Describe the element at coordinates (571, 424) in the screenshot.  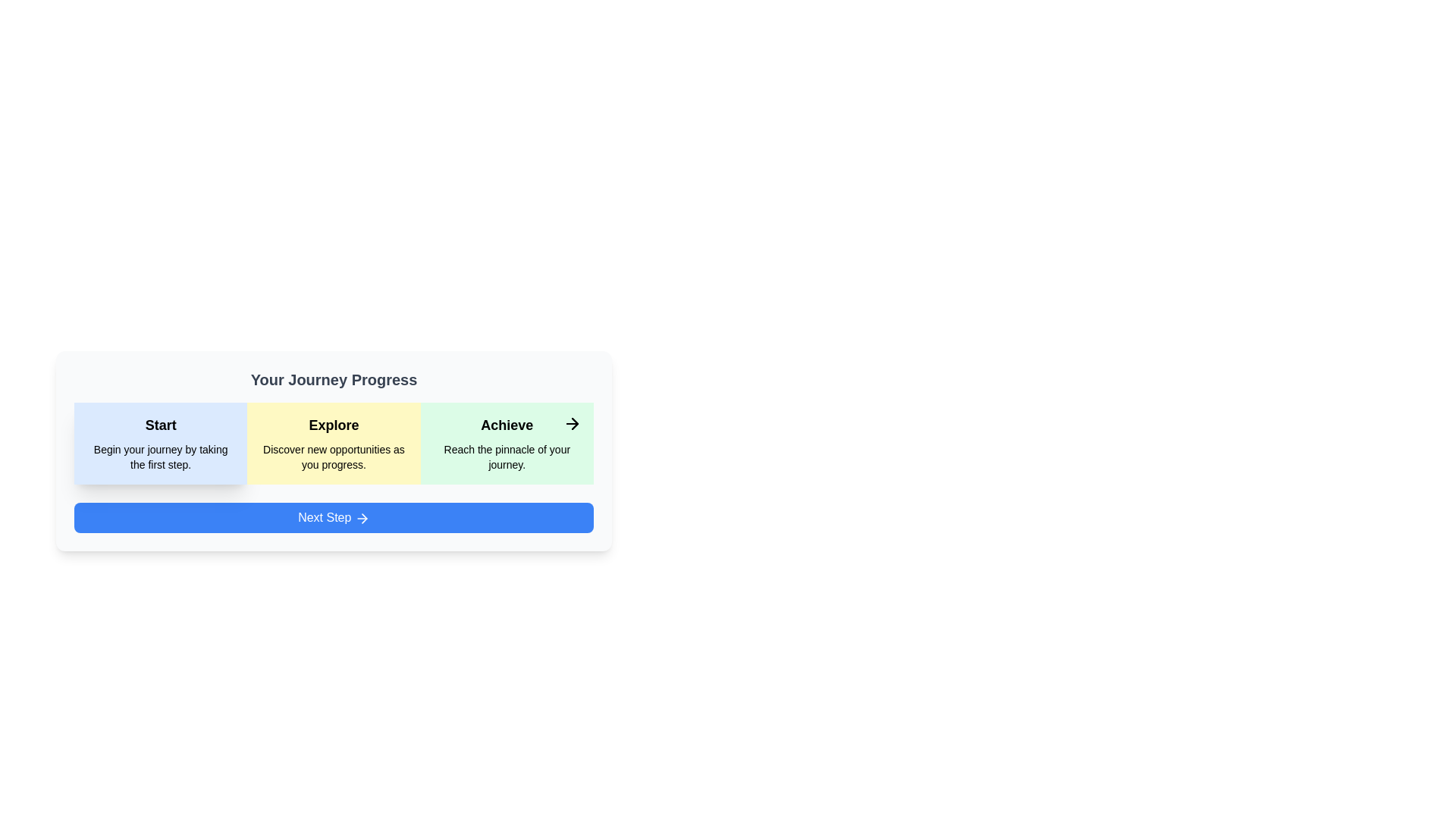
I see `the right-pointing arrow icon located at the top-right corner of the green 'Achieve' card` at that location.